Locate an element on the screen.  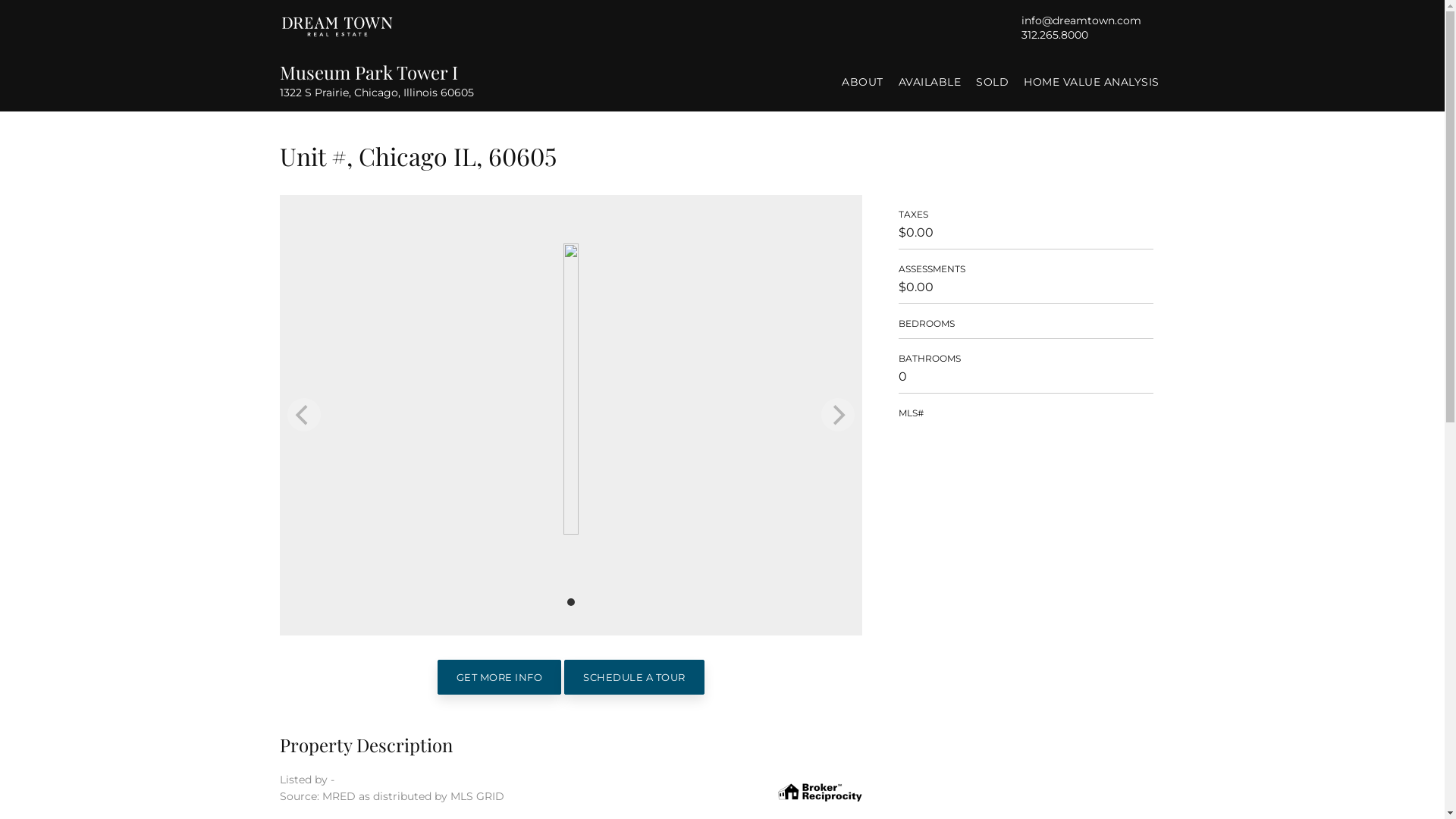
'SOLD' is located at coordinates (992, 82).